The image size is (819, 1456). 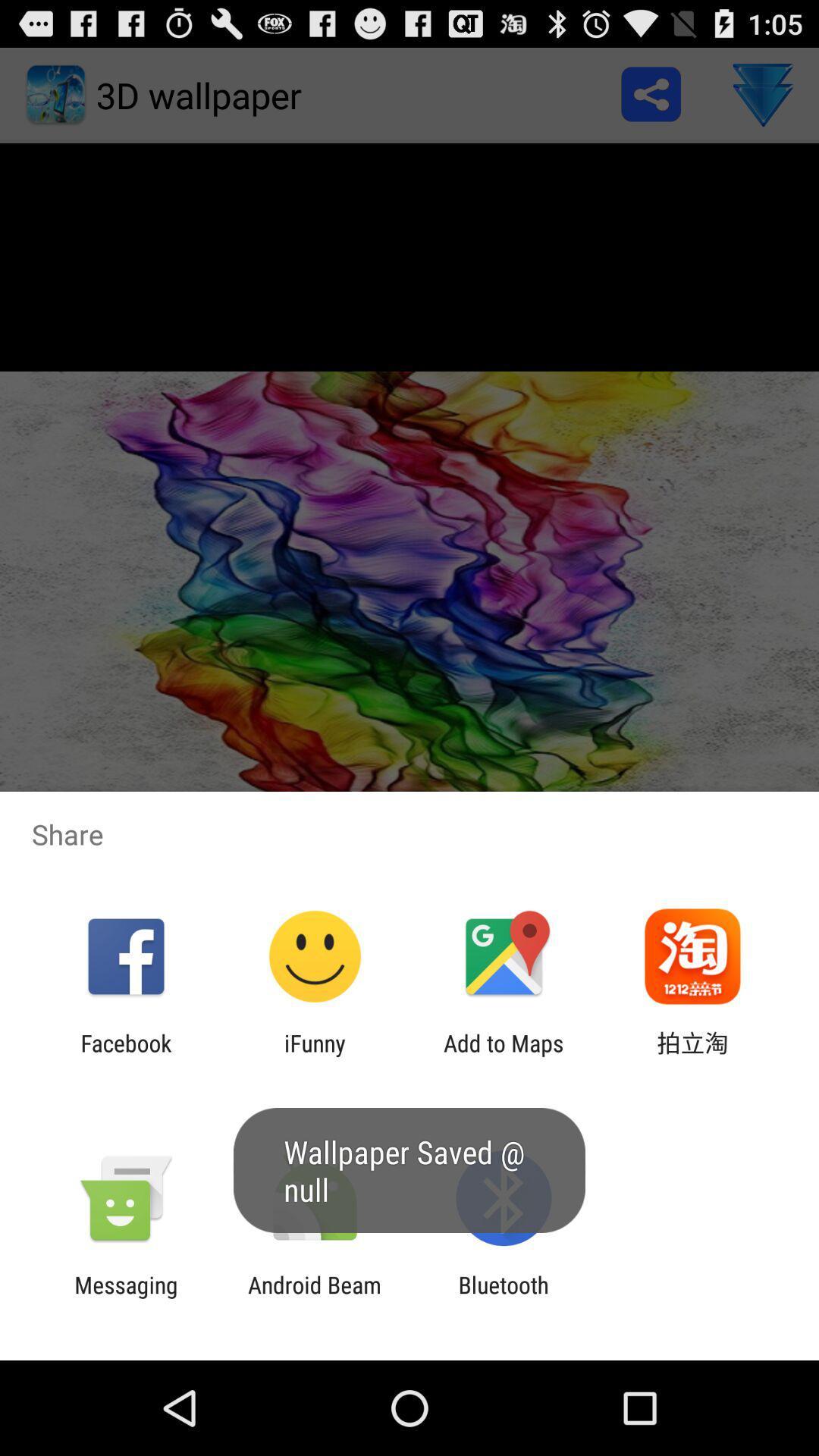 I want to click on app next to facebook app, so click(x=314, y=1056).